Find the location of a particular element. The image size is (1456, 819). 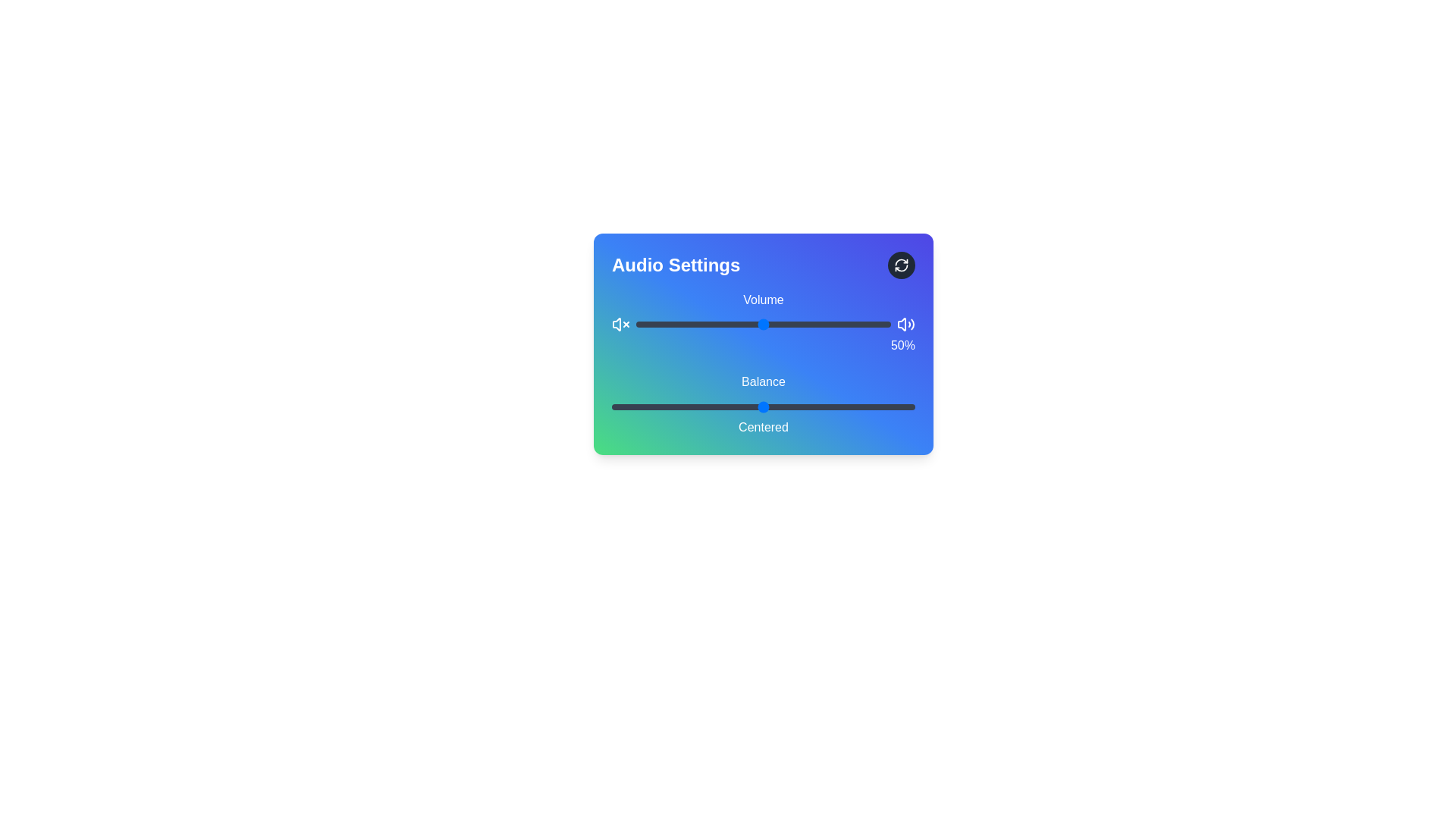

the balance is located at coordinates (669, 406).